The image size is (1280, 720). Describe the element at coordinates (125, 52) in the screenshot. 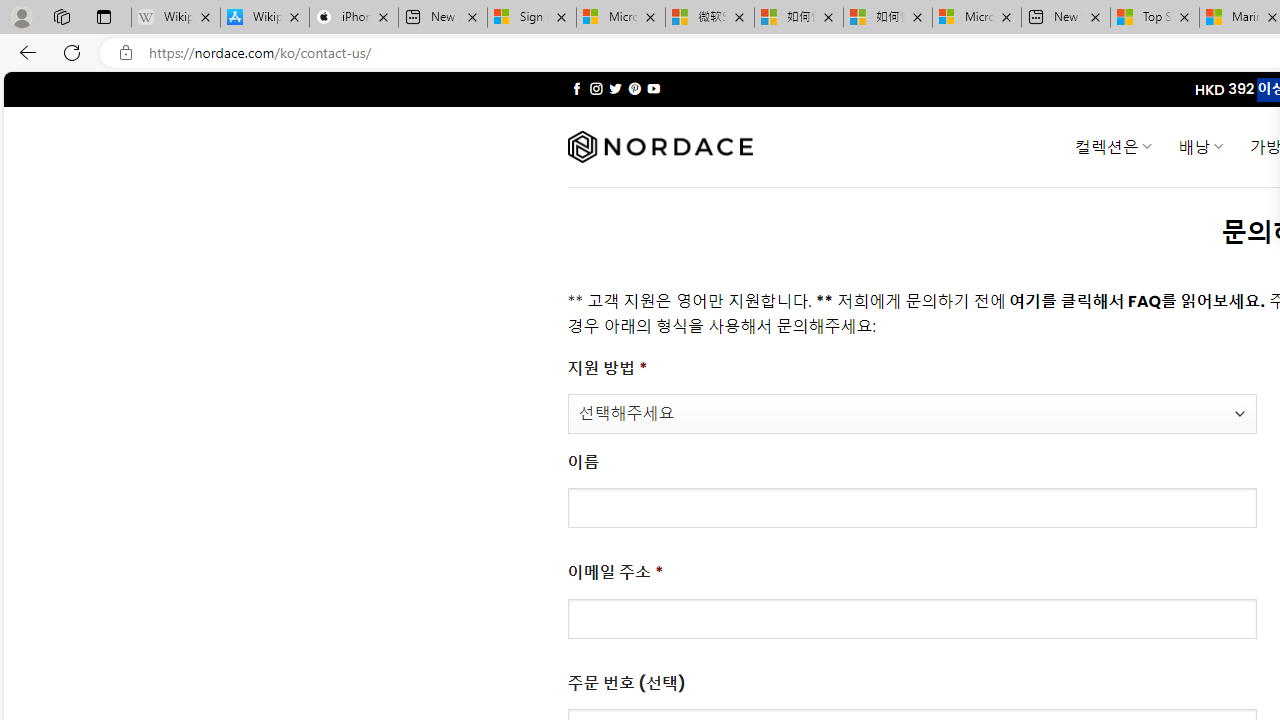

I see `'View site information'` at that location.